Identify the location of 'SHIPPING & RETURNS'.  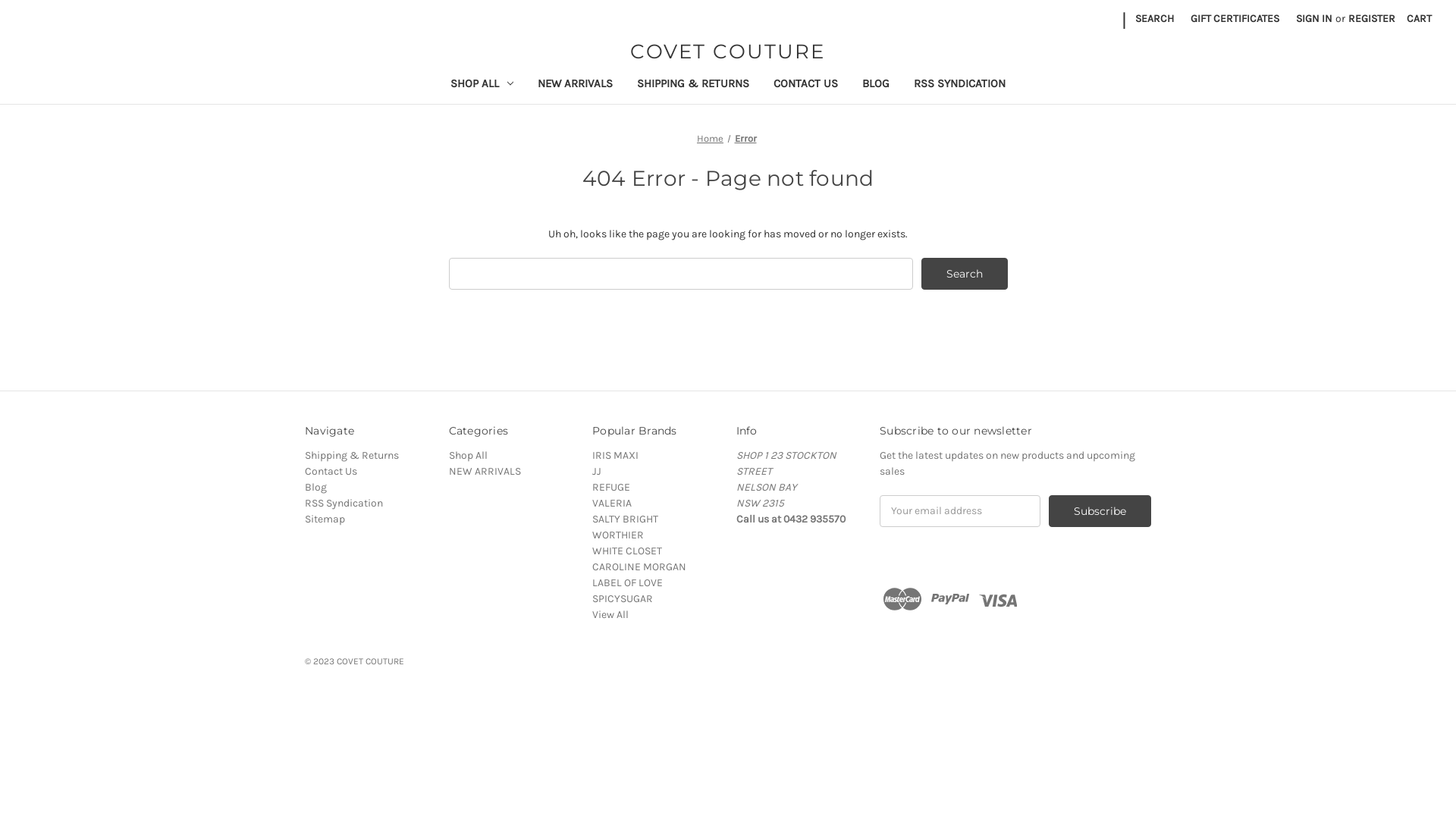
(692, 85).